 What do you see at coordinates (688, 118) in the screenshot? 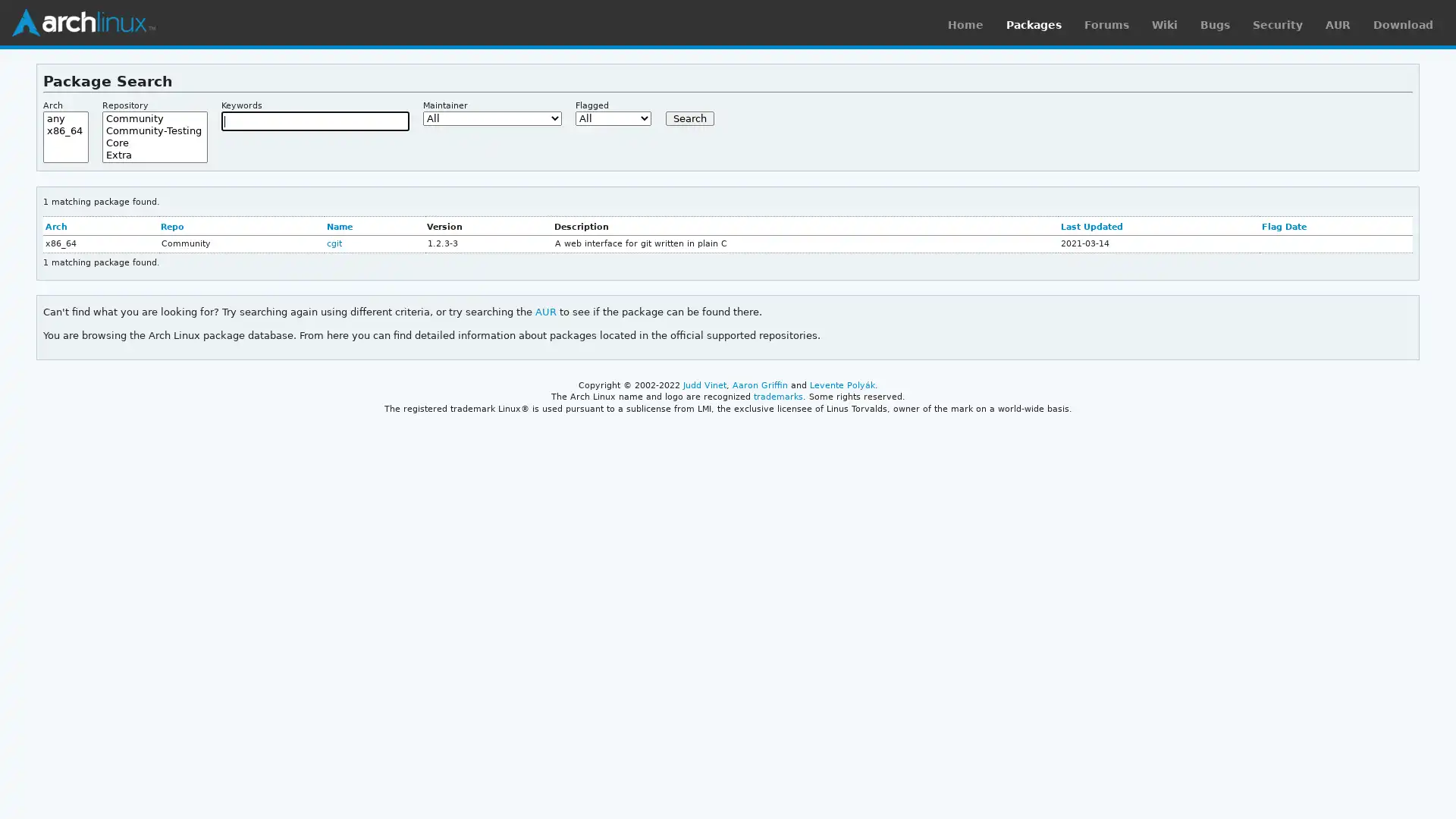
I see `Search` at bounding box center [688, 118].